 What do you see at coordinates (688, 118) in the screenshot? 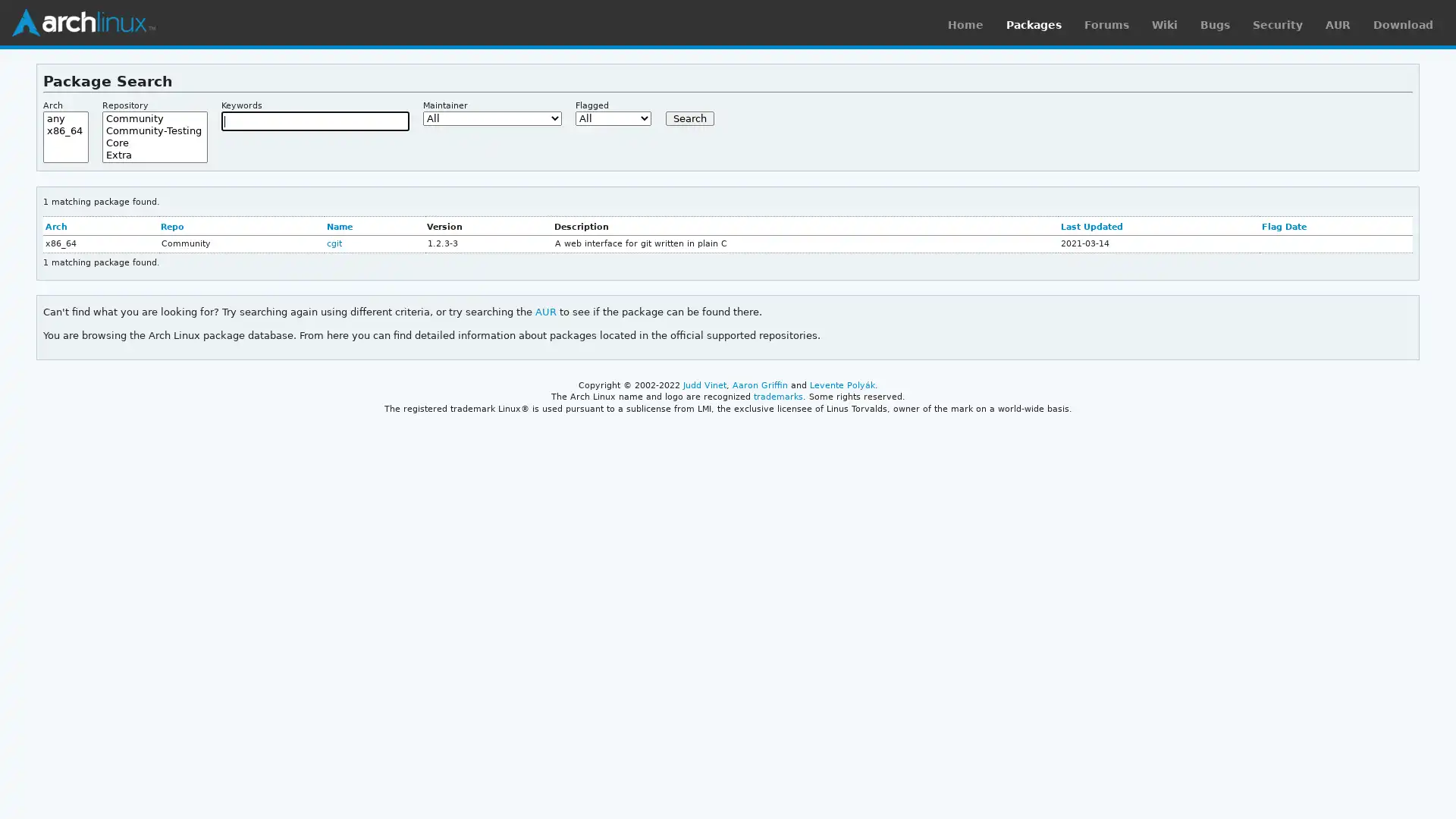
I see `Search` at bounding box center [688, 118].